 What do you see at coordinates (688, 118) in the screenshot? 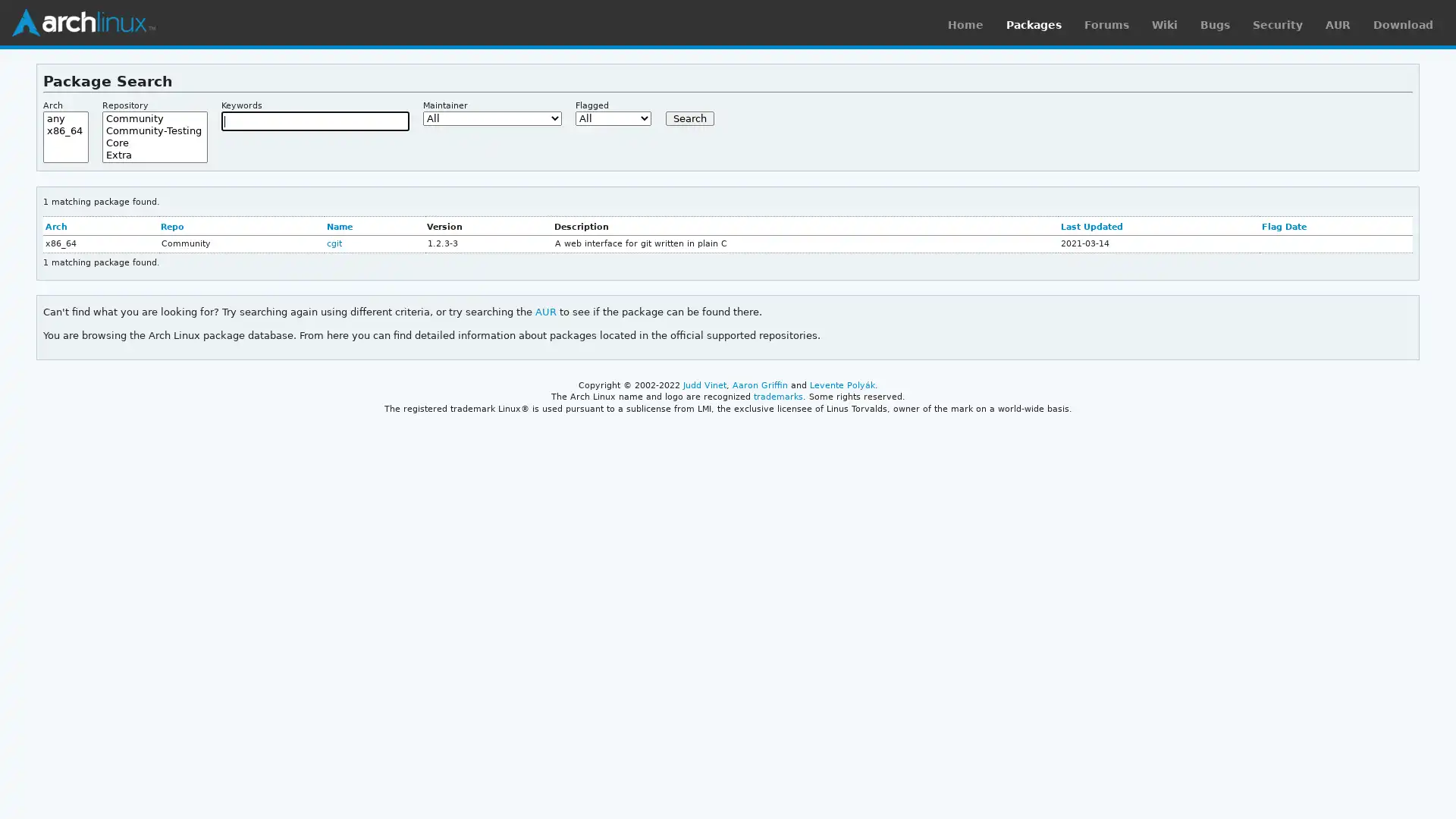
I see `Search` at bounding box center [688, 118].